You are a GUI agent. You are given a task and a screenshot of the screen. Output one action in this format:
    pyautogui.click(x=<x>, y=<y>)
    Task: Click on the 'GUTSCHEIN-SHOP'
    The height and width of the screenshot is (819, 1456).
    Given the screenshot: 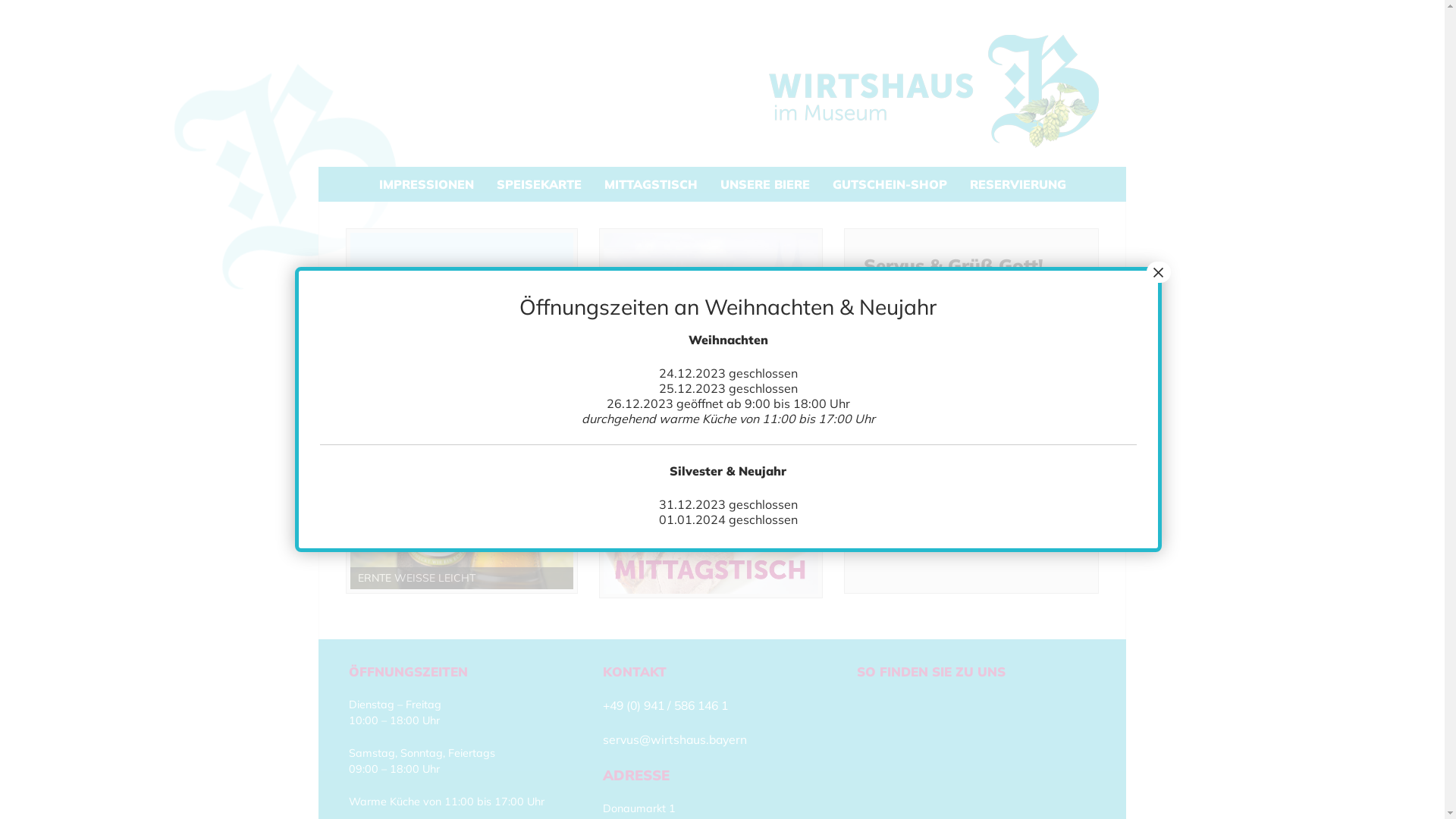 What is the action you would take?
    pyautogui.click(x=819, y=184)
    